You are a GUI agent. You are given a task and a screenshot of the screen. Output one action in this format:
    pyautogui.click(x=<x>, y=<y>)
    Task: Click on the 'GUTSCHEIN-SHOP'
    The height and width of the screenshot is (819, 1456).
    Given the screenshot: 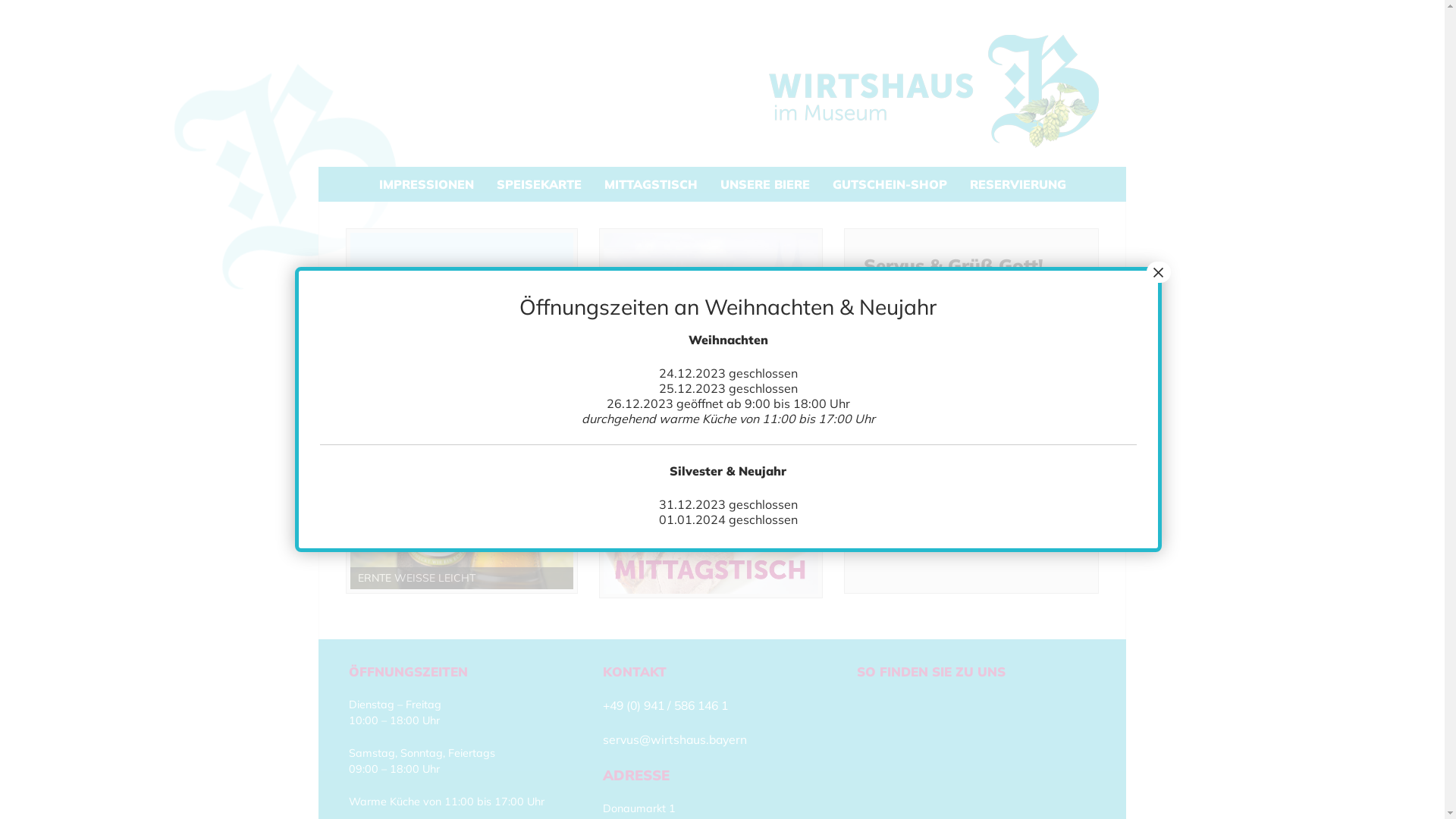 What is the action you would take?
    pyautogui.click(x=819, y=184)
    